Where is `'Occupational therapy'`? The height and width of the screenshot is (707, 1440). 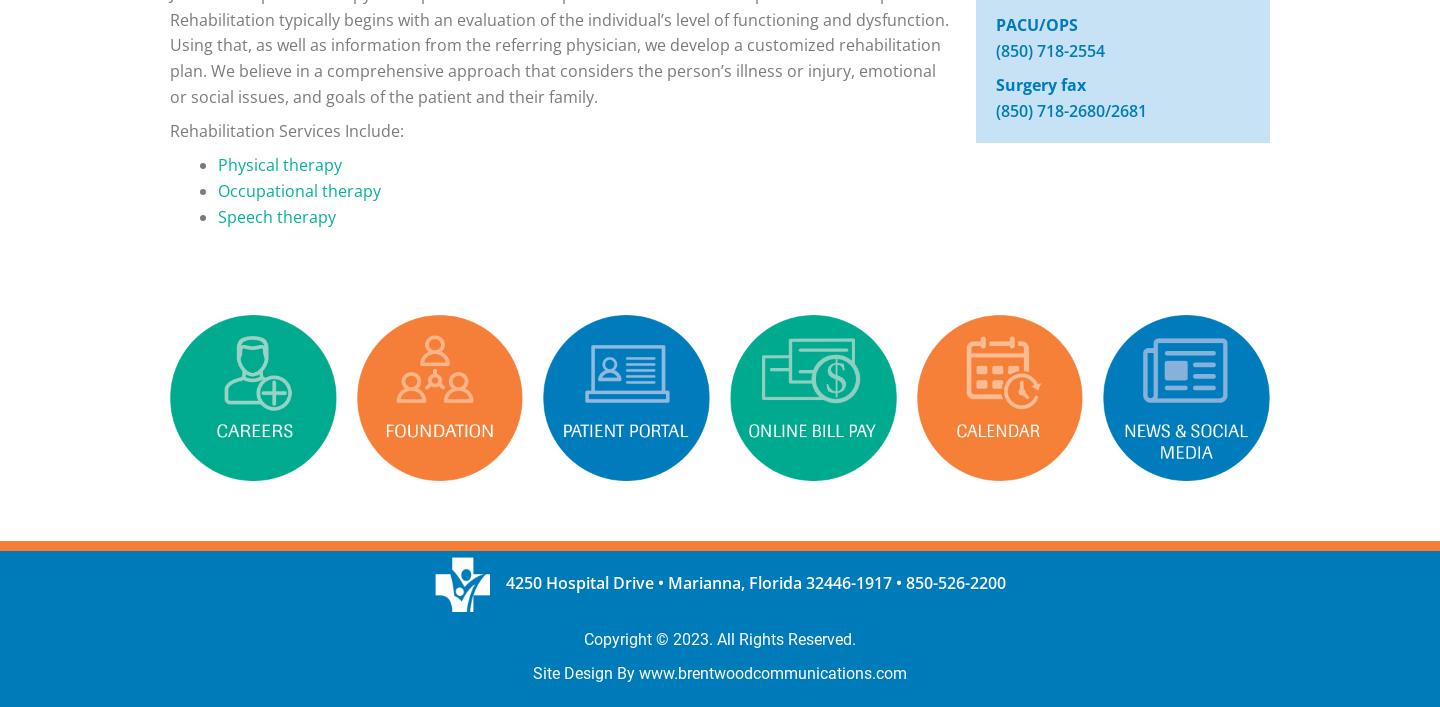 'Occupational therapy' is located at coordinates (298, 189).